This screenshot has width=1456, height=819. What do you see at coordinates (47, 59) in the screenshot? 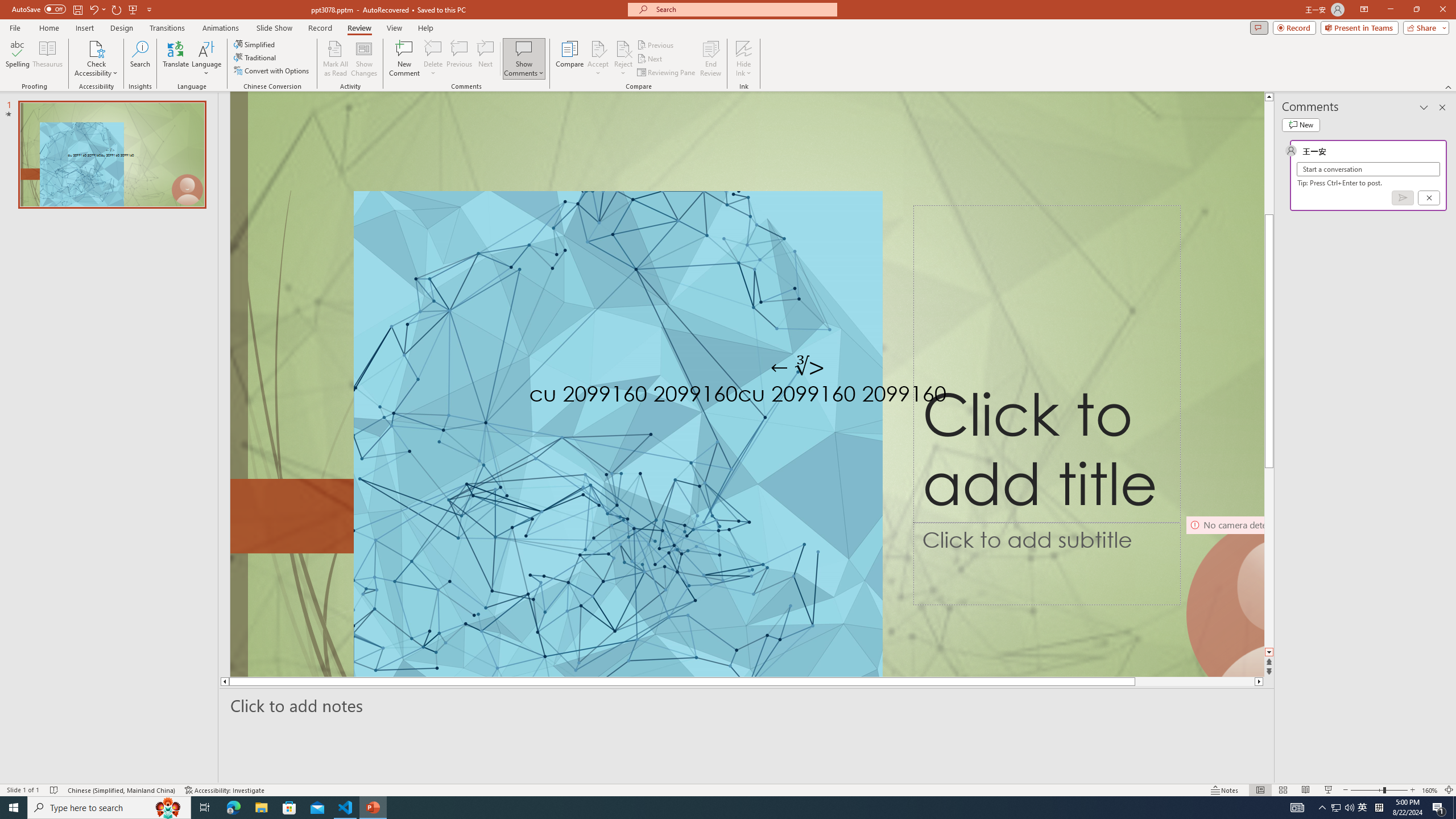
I see `'Thesaurus...'` at bounding box center [47, 59].